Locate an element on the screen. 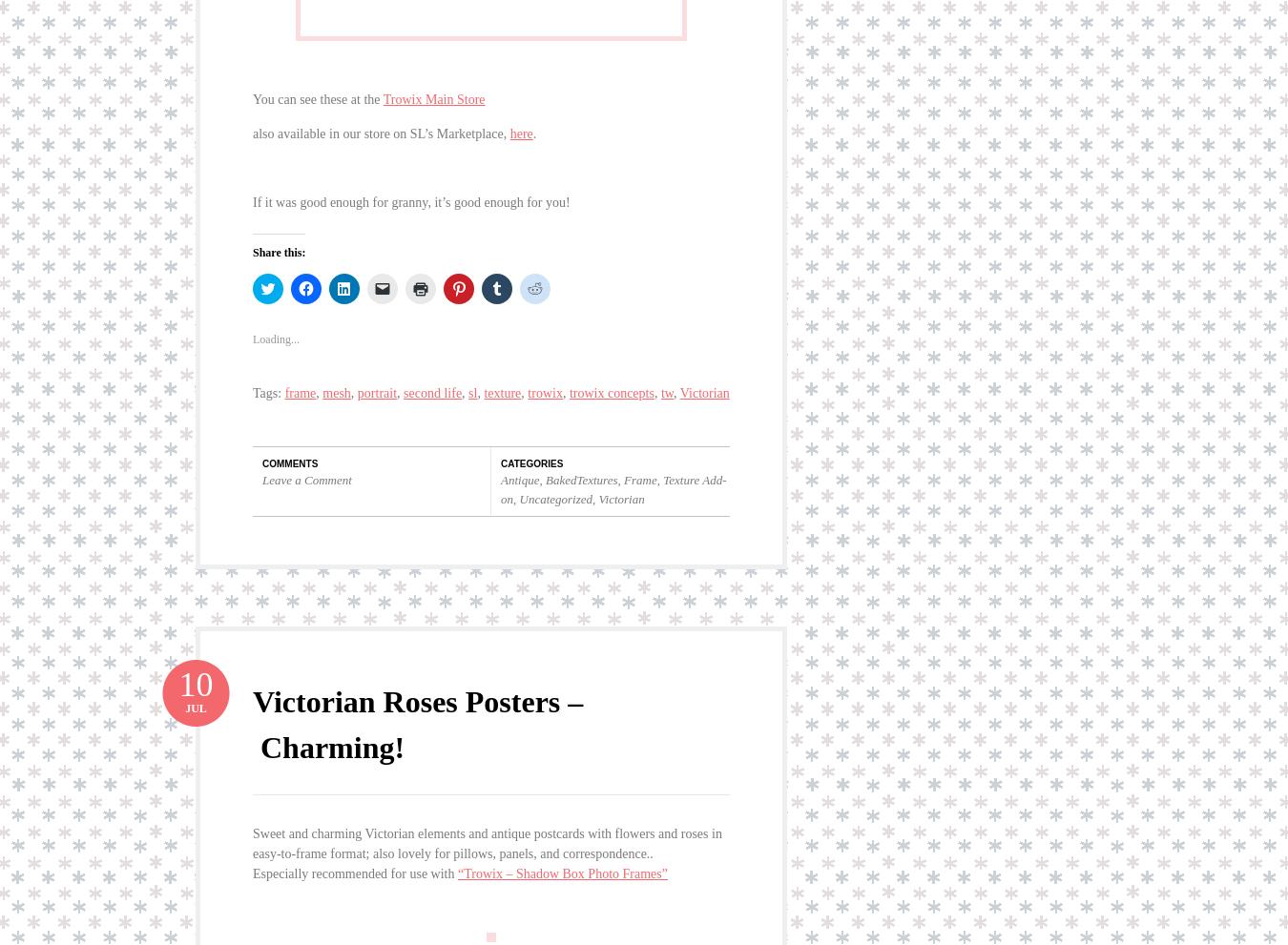 The width and height of the screenshot is (1288, 945). '“Trowix – Shadow Box Photo Frames”' is located at coordinates (562, 858).